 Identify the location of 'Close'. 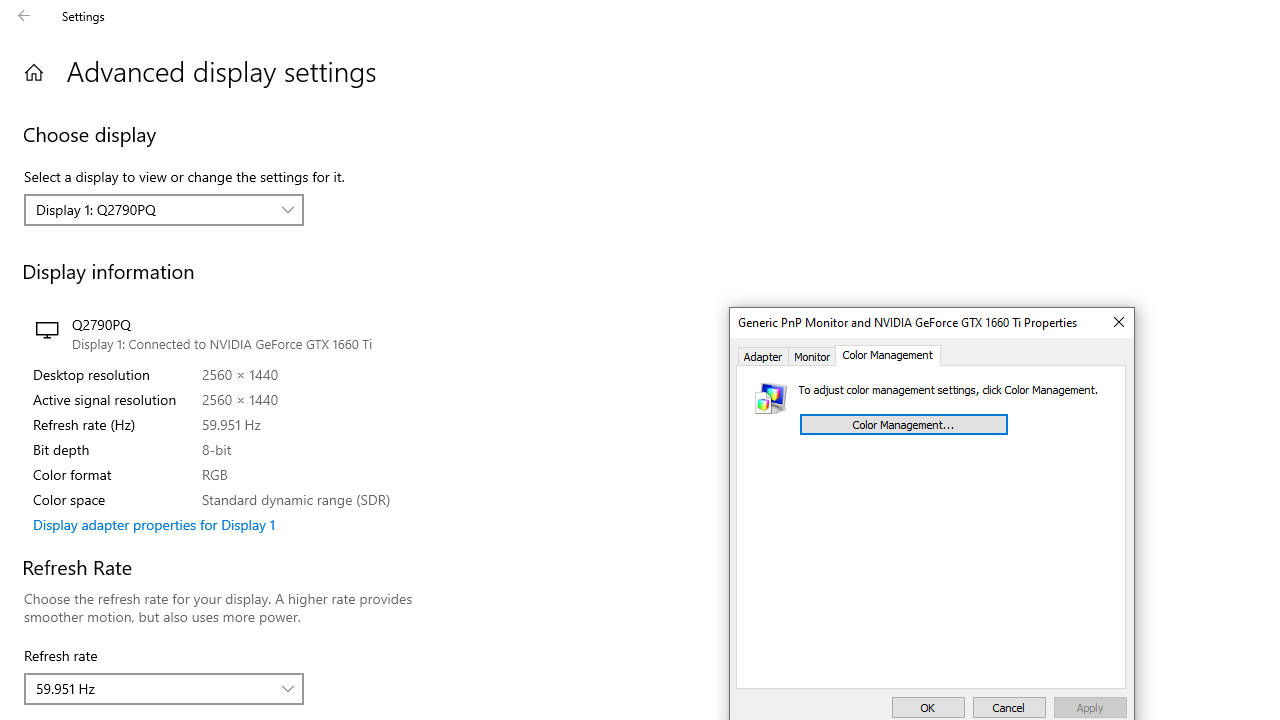
(1117, 321).